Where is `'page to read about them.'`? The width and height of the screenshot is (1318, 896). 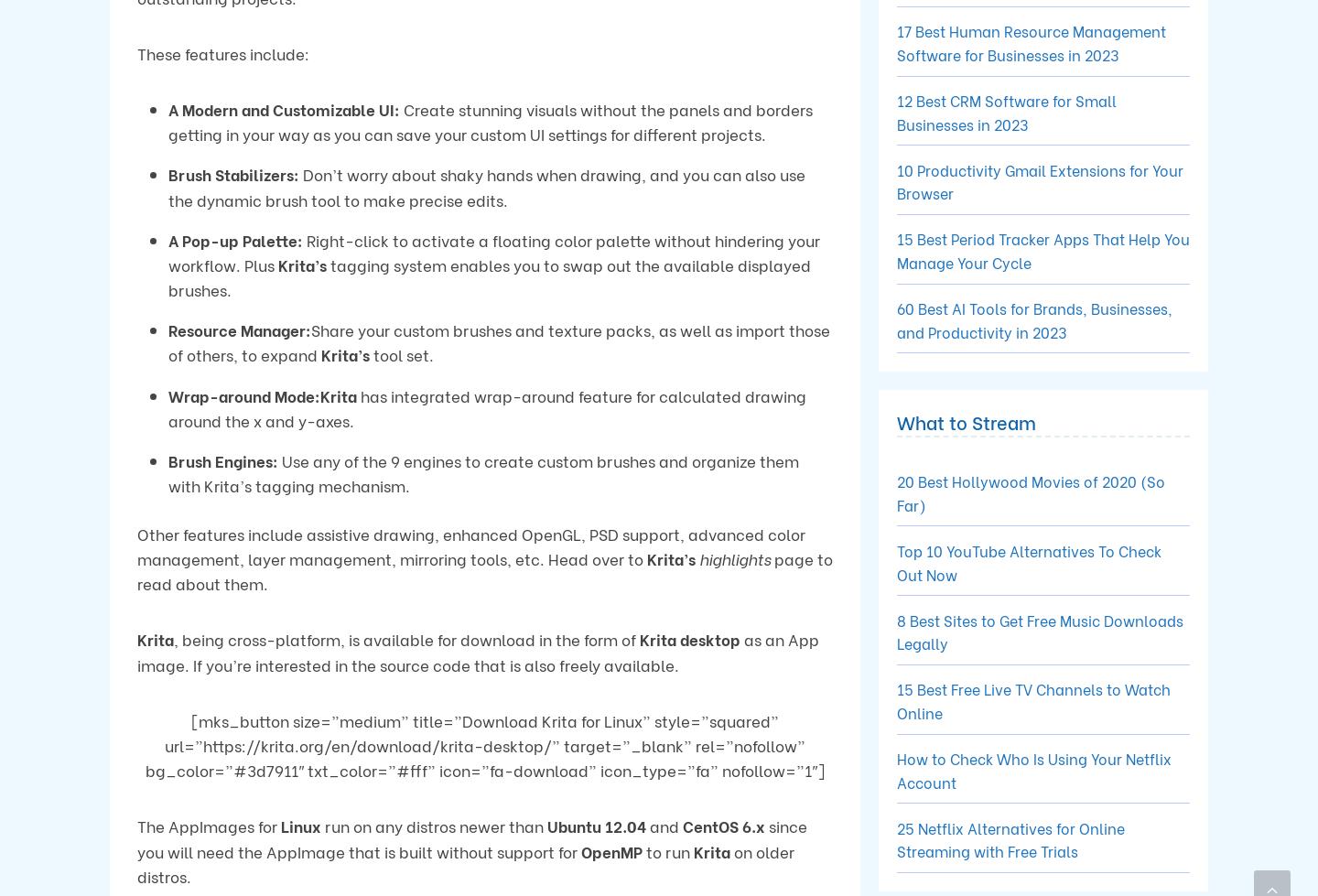
'page to read about them.' is located at coordinates (136, 570).